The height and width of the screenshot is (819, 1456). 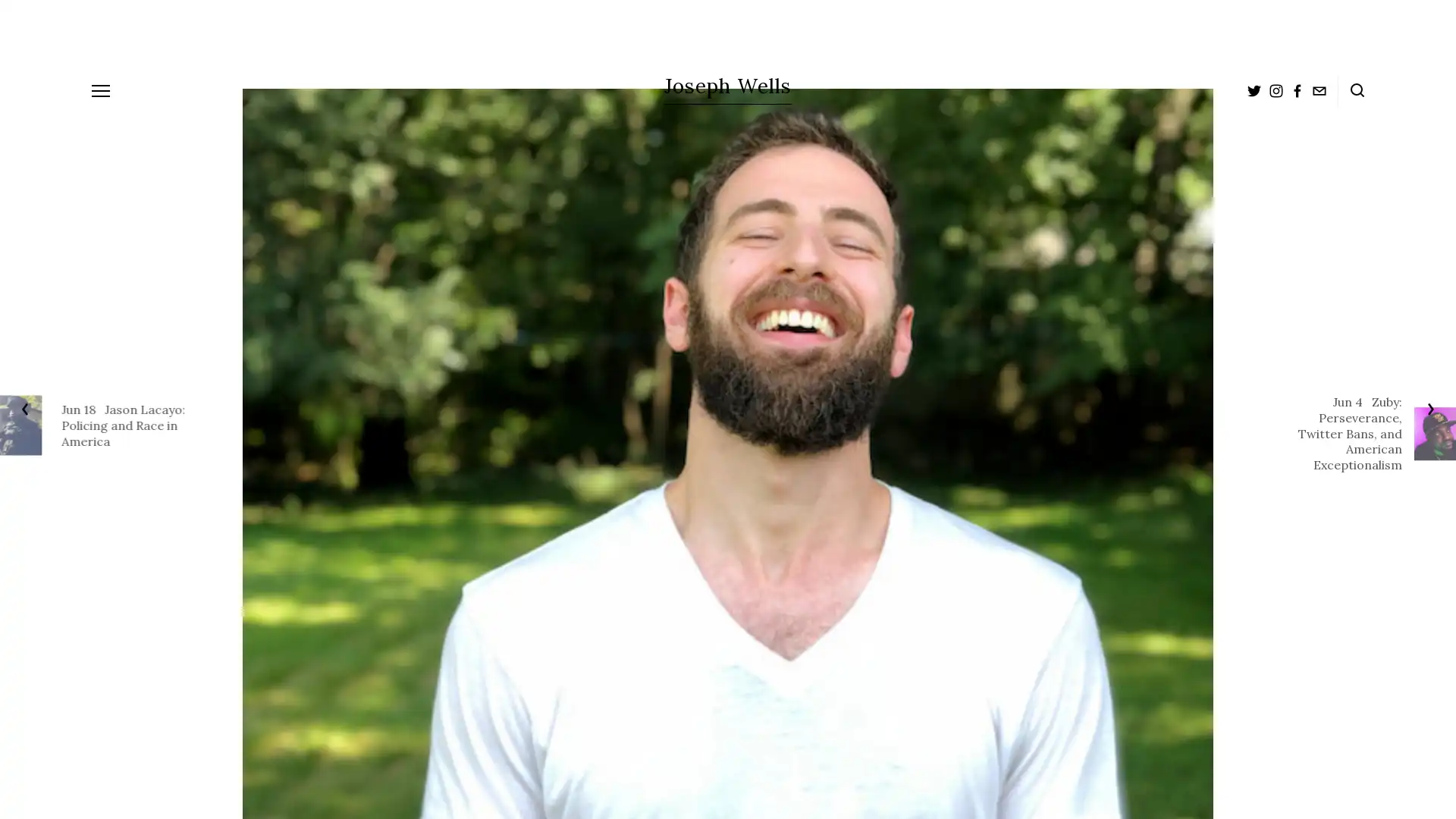 What do you see at coordinates (944, 280) in the screenshot?
I see `Close` at bounding box center [944, 280].